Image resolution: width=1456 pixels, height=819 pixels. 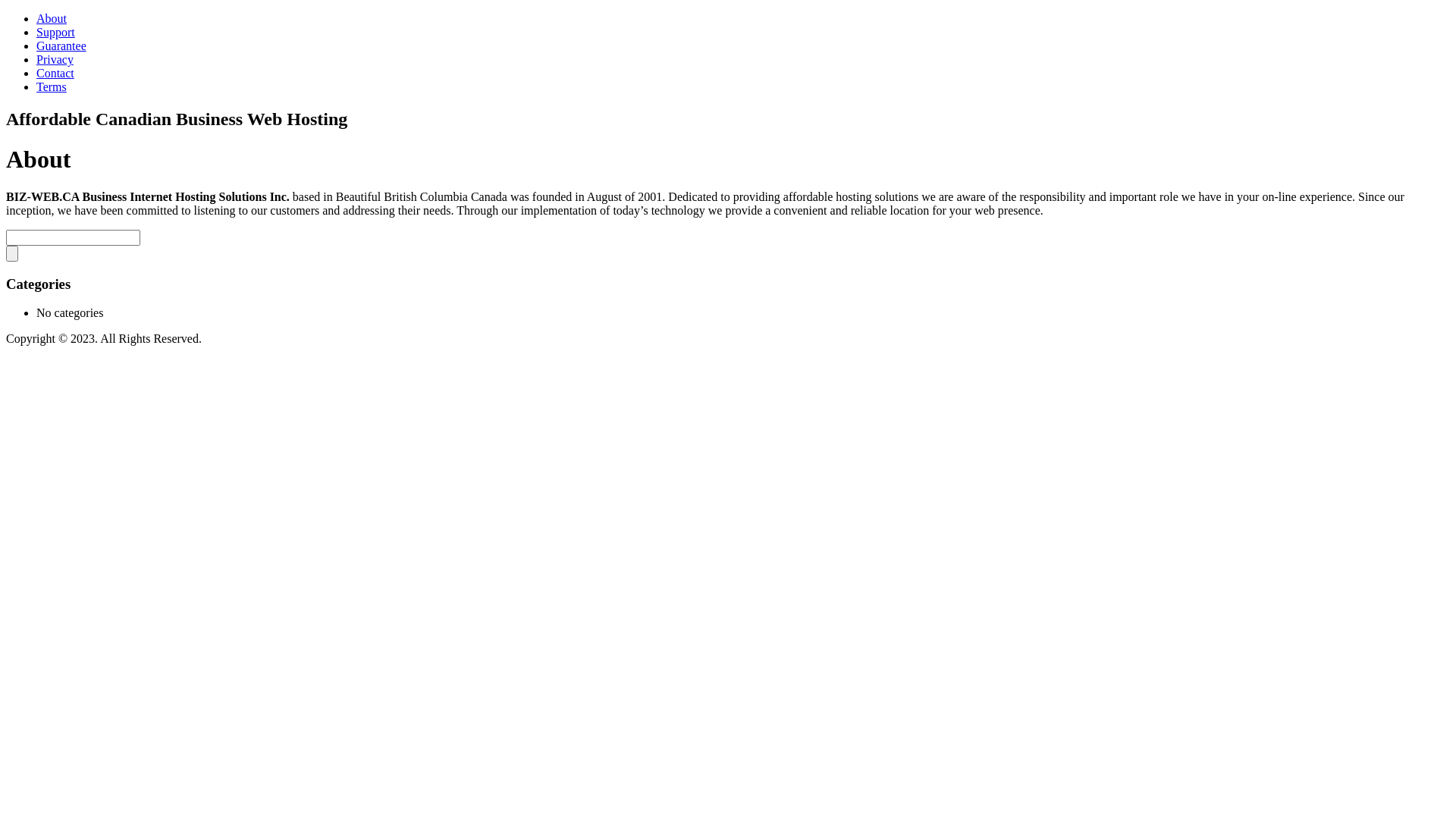 What do you see at coordinates (51, 86) in the screenshot?
I see `'Terms'` at bounding box center [51, 86].